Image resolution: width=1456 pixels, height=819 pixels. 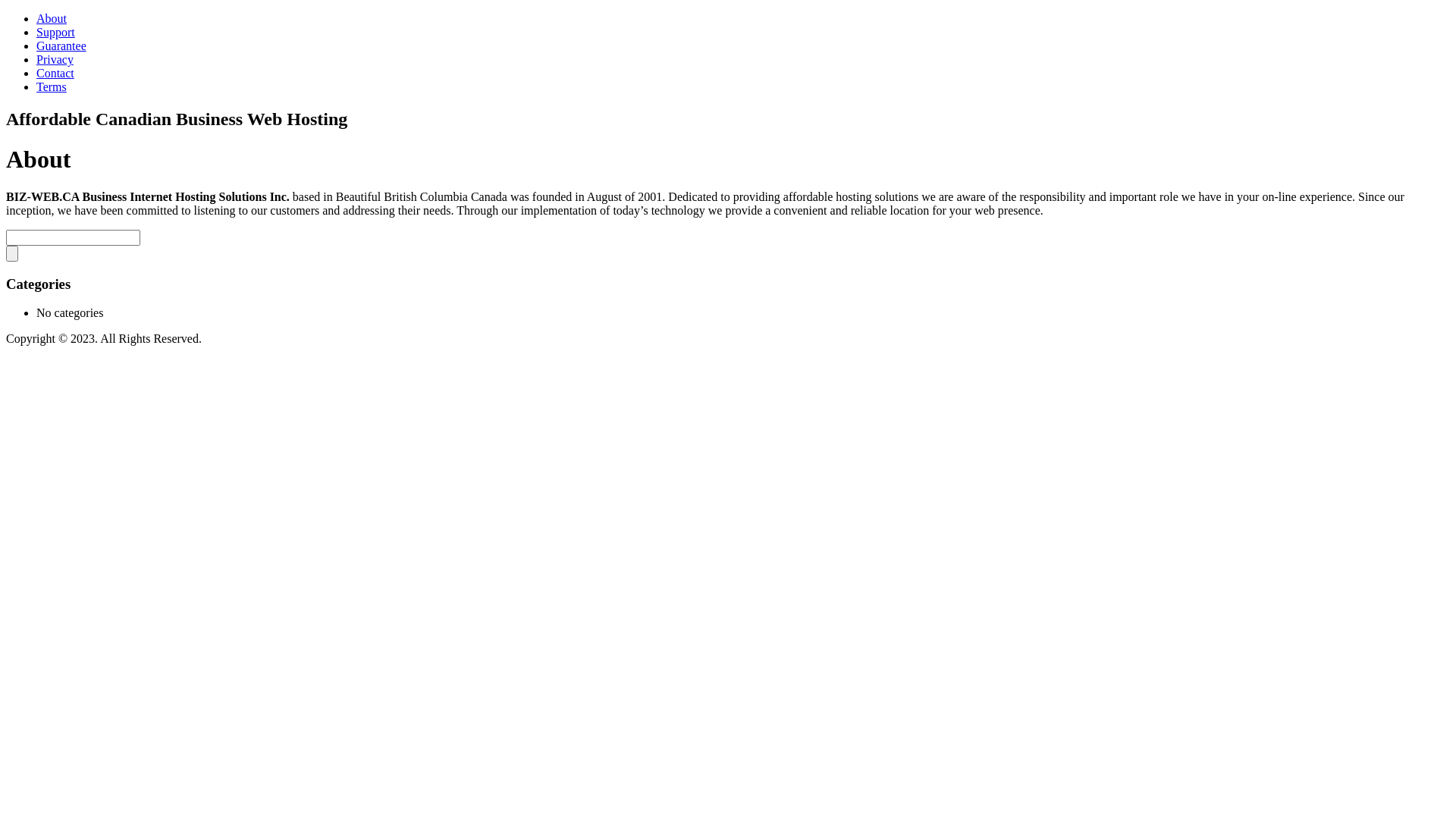 What do you see at coordinates (51, 86) in the screenshot?
I see `'Terms'` at bounding box center [51, 86].